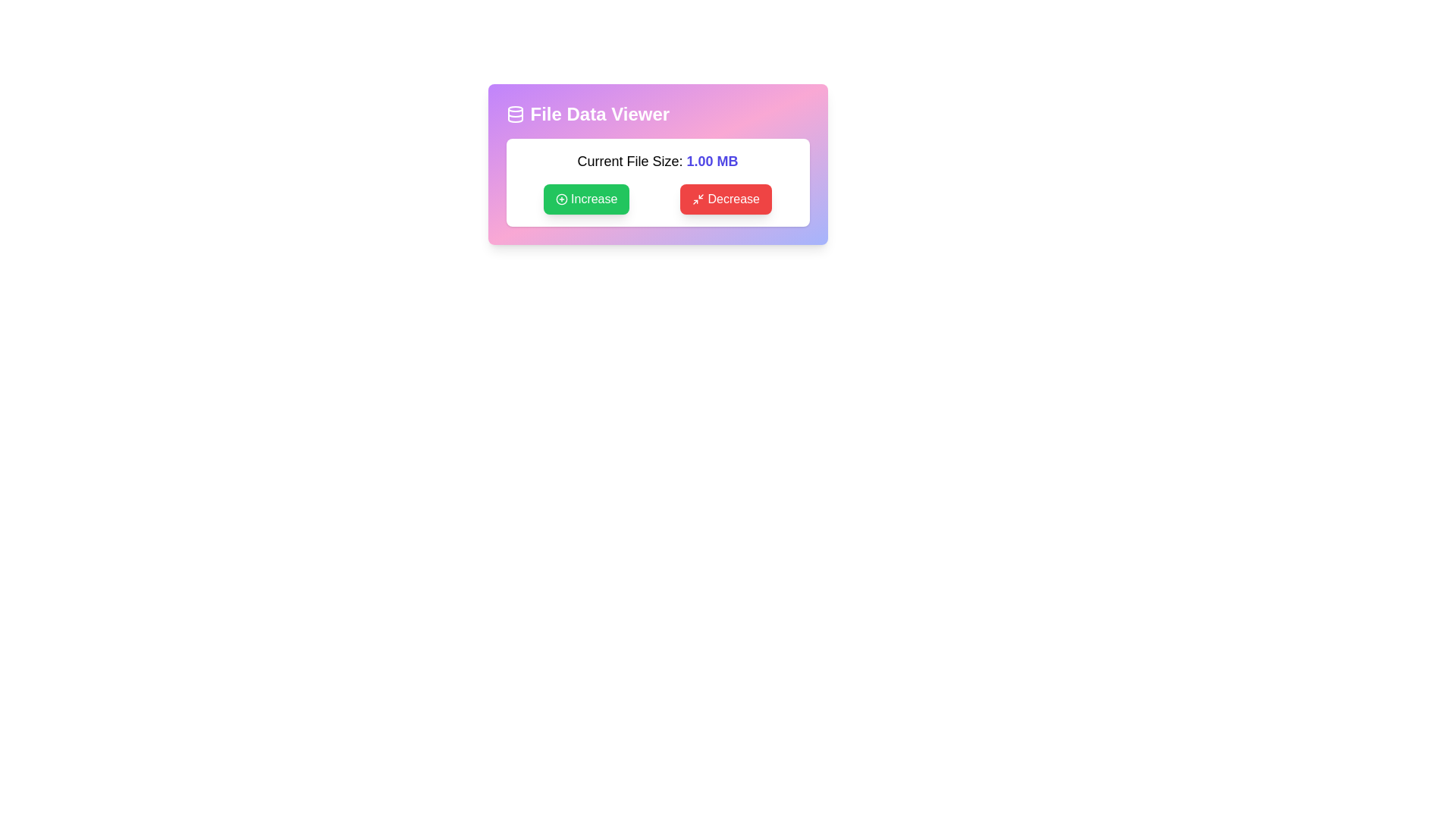 The height and width of the screenshot is (819, 1456). Describe the element at coordinates (585, 198) in the screenshot. I see `the button that increases the current value or quantity displayed above it, located on the left side of the group with the 'Decrease' button` at that location.